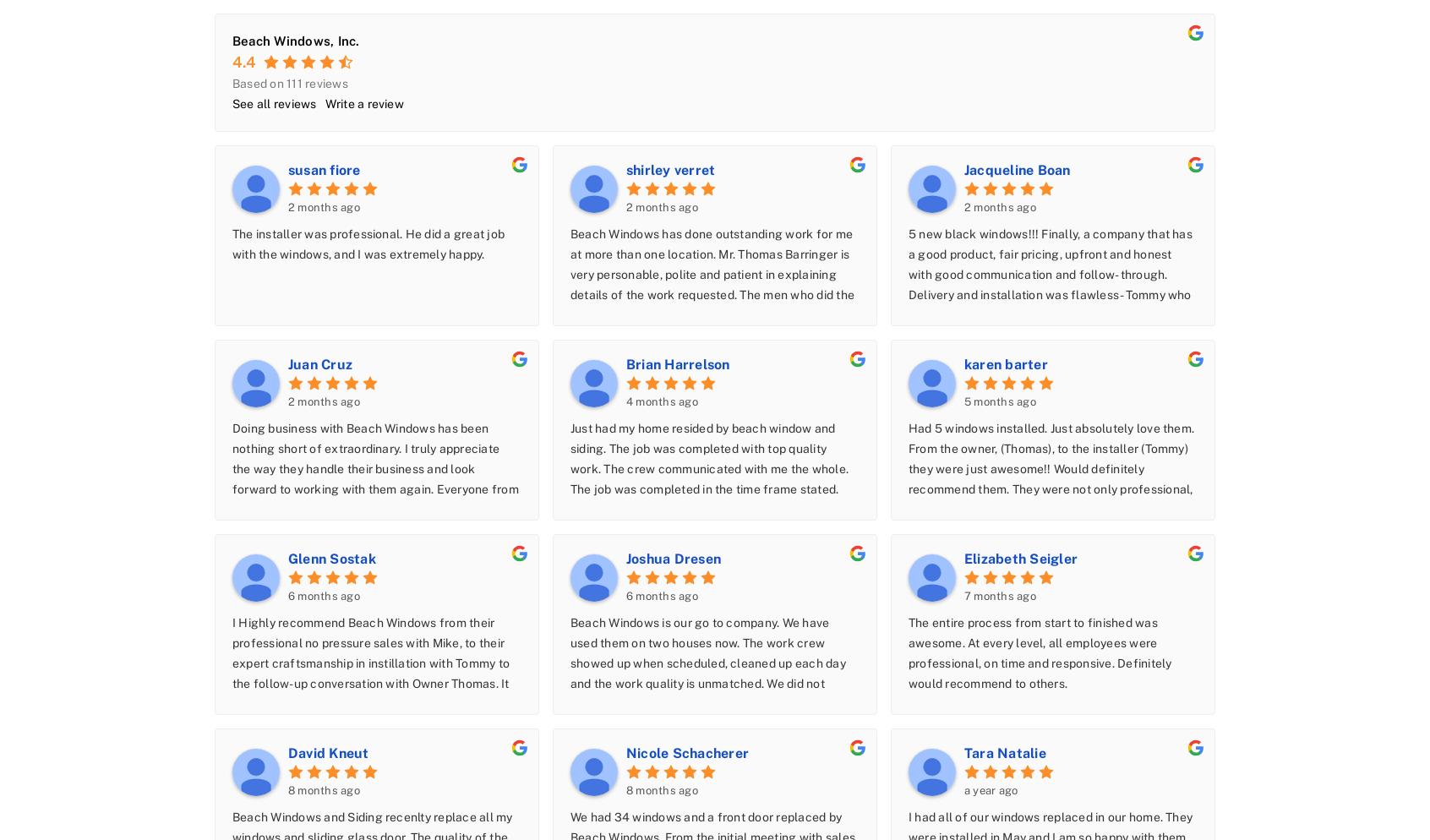 This screenshot has width=1430, height=840. Describe the element at coordinates (625, 363) in the screenshot. I see `'Brian Harrelson'` at that location.